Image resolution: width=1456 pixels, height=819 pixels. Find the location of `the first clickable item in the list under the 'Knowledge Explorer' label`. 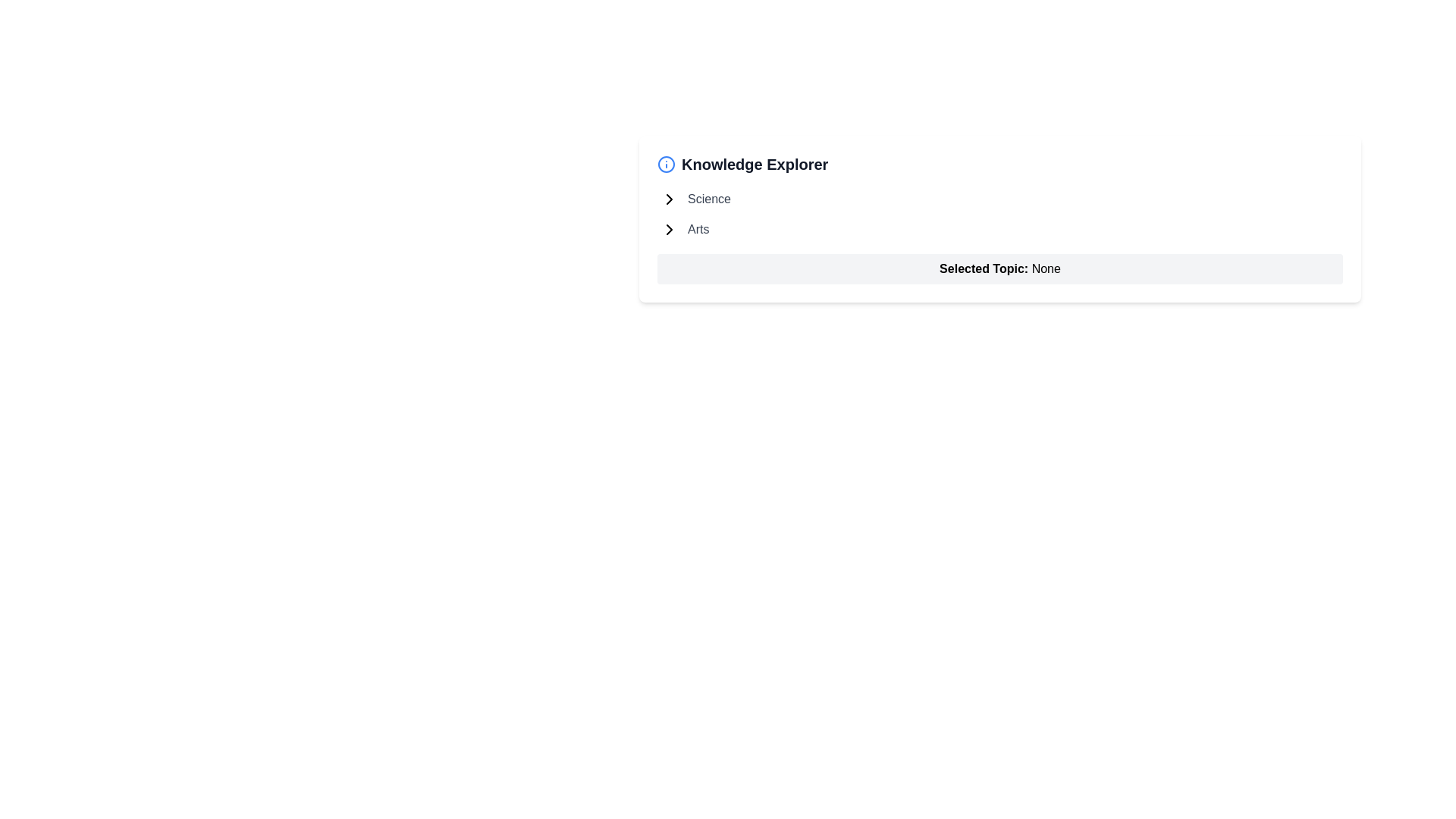

the first clickable item in the list under the 'Knowledge Explorer' label is located at coordinates (708, 198).